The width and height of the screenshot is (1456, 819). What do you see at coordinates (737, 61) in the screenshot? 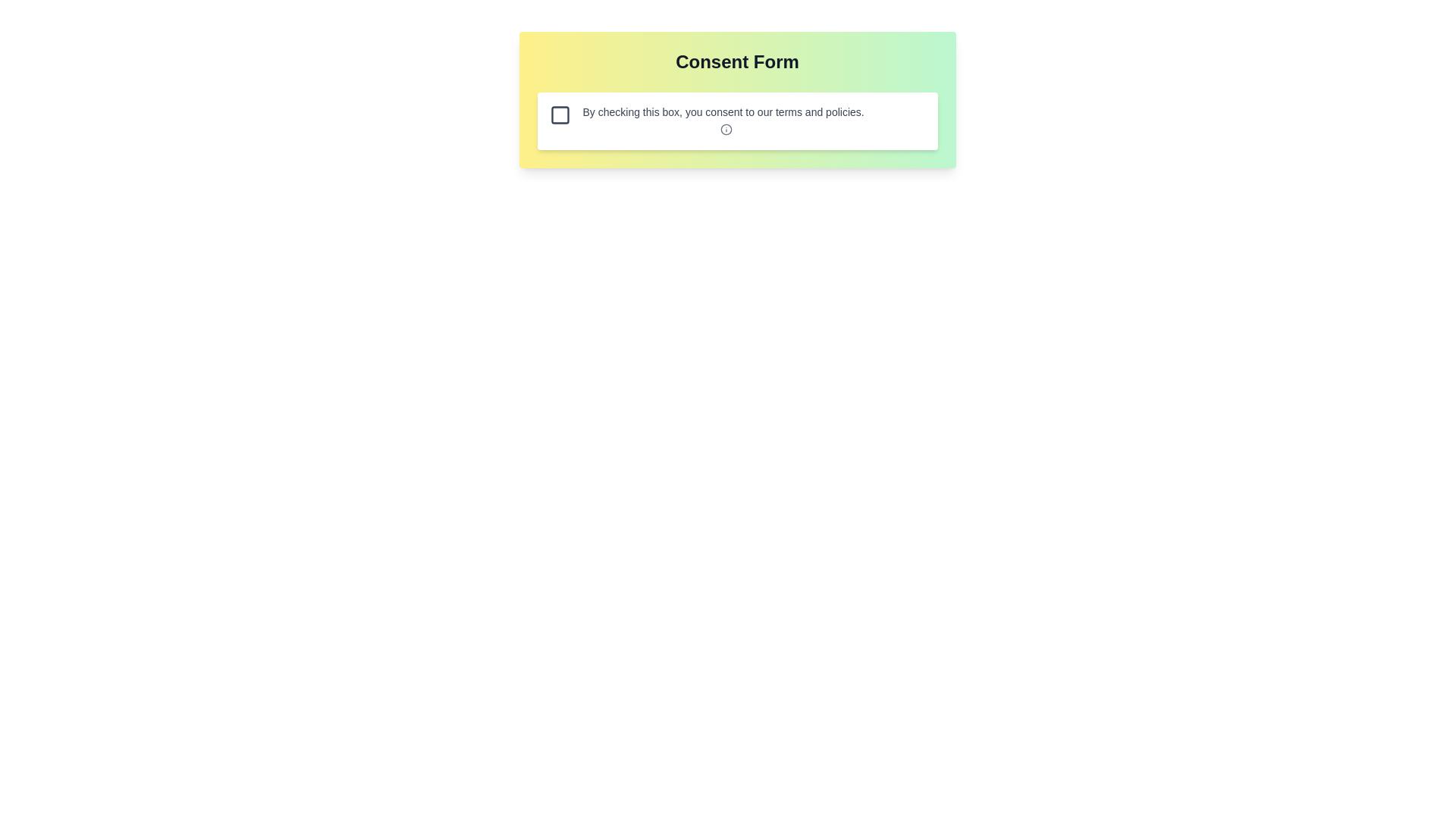
I see `the text header displaying the title 'Consent Form', which is styled in bold and large font and is centered within a gradient background` at bounding box center [737, 61].